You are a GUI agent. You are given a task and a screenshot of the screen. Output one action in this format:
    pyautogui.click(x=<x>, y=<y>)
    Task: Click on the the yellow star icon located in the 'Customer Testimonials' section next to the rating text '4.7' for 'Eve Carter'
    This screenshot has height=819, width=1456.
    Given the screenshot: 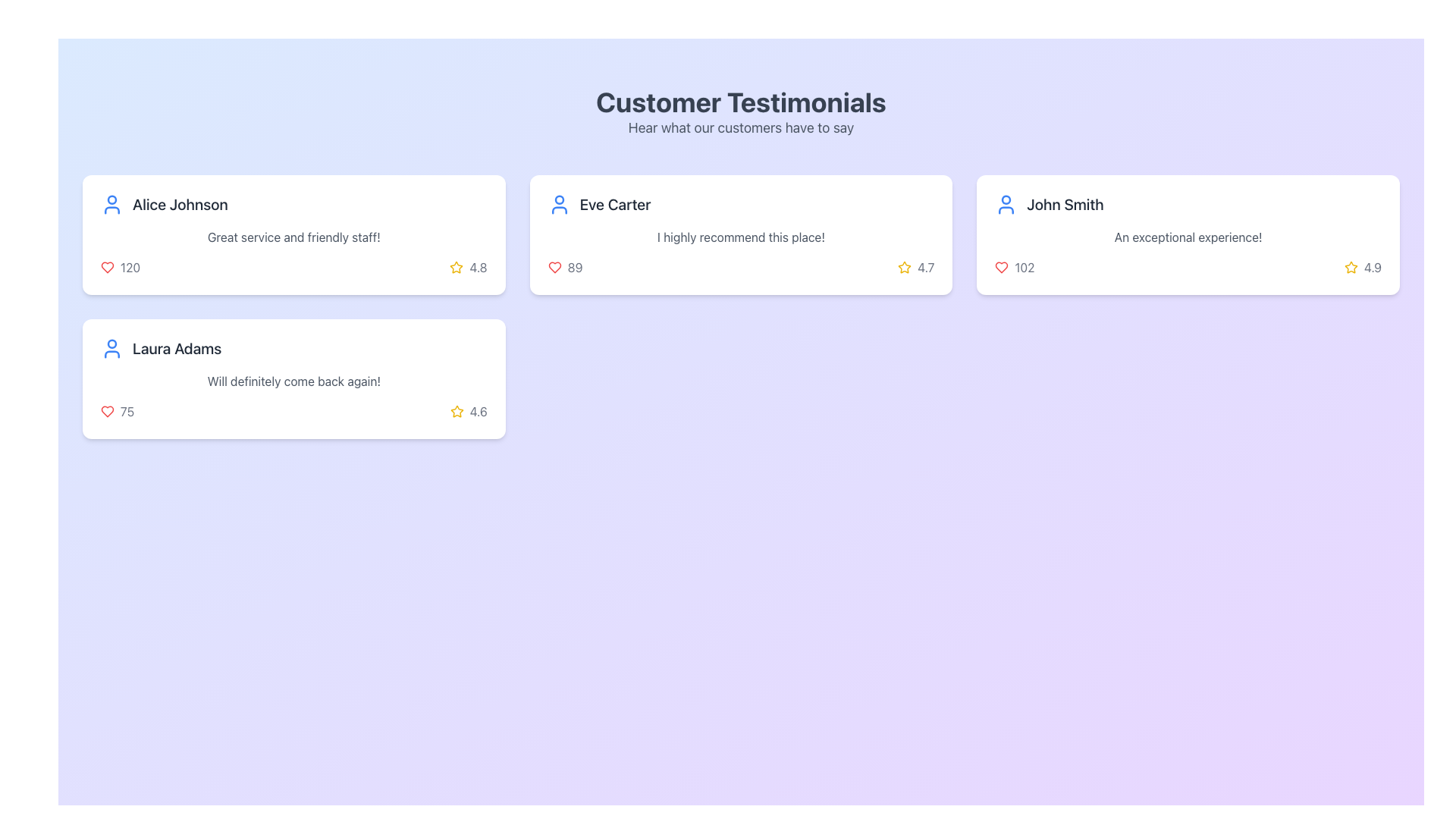 What is the action you would take?
    pyautogui.click(x=905, y=267)
    